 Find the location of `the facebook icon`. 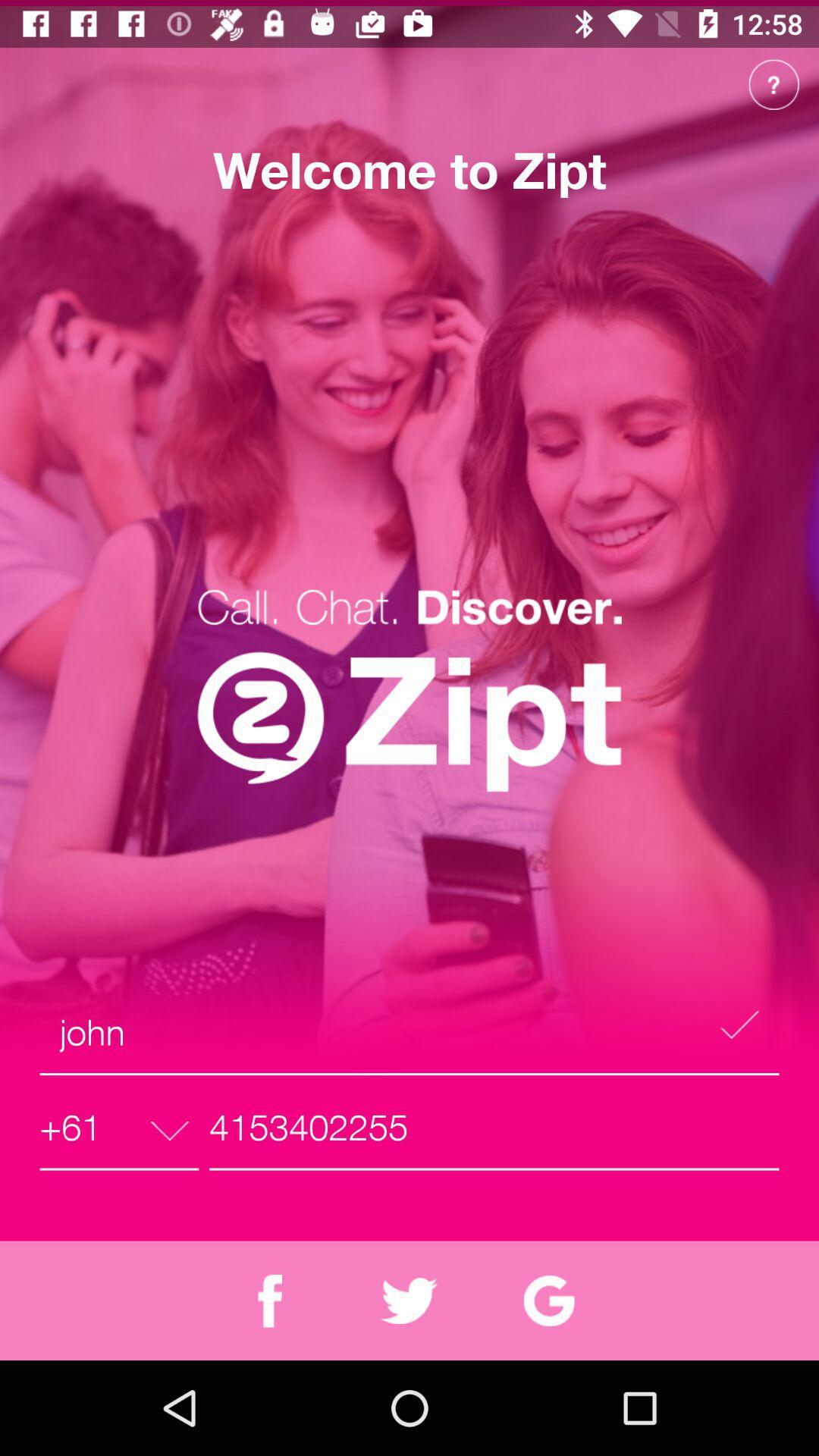

the facebook icon is located at coordinates (269, 1300).